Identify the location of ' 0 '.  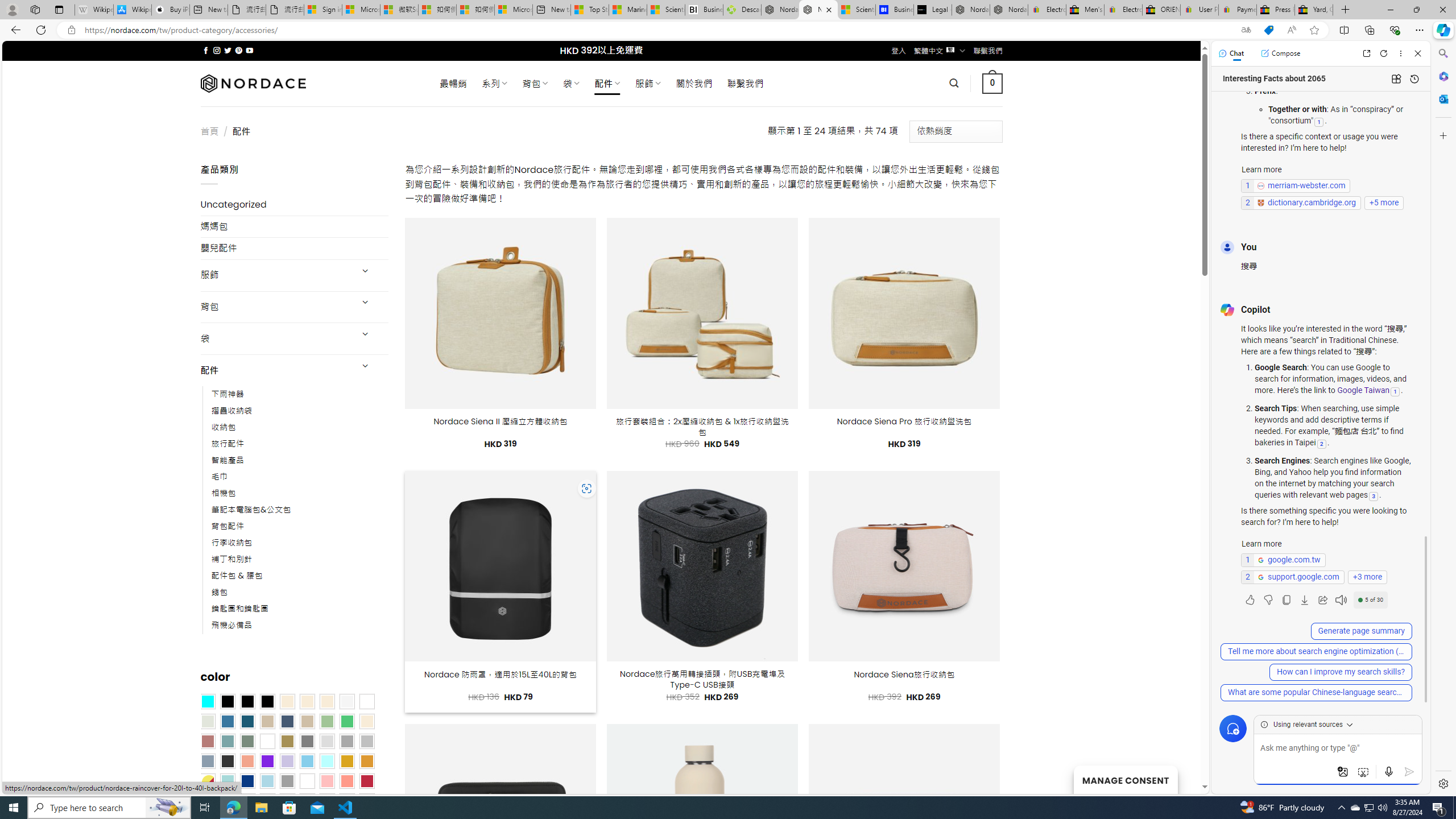
(992, 82).